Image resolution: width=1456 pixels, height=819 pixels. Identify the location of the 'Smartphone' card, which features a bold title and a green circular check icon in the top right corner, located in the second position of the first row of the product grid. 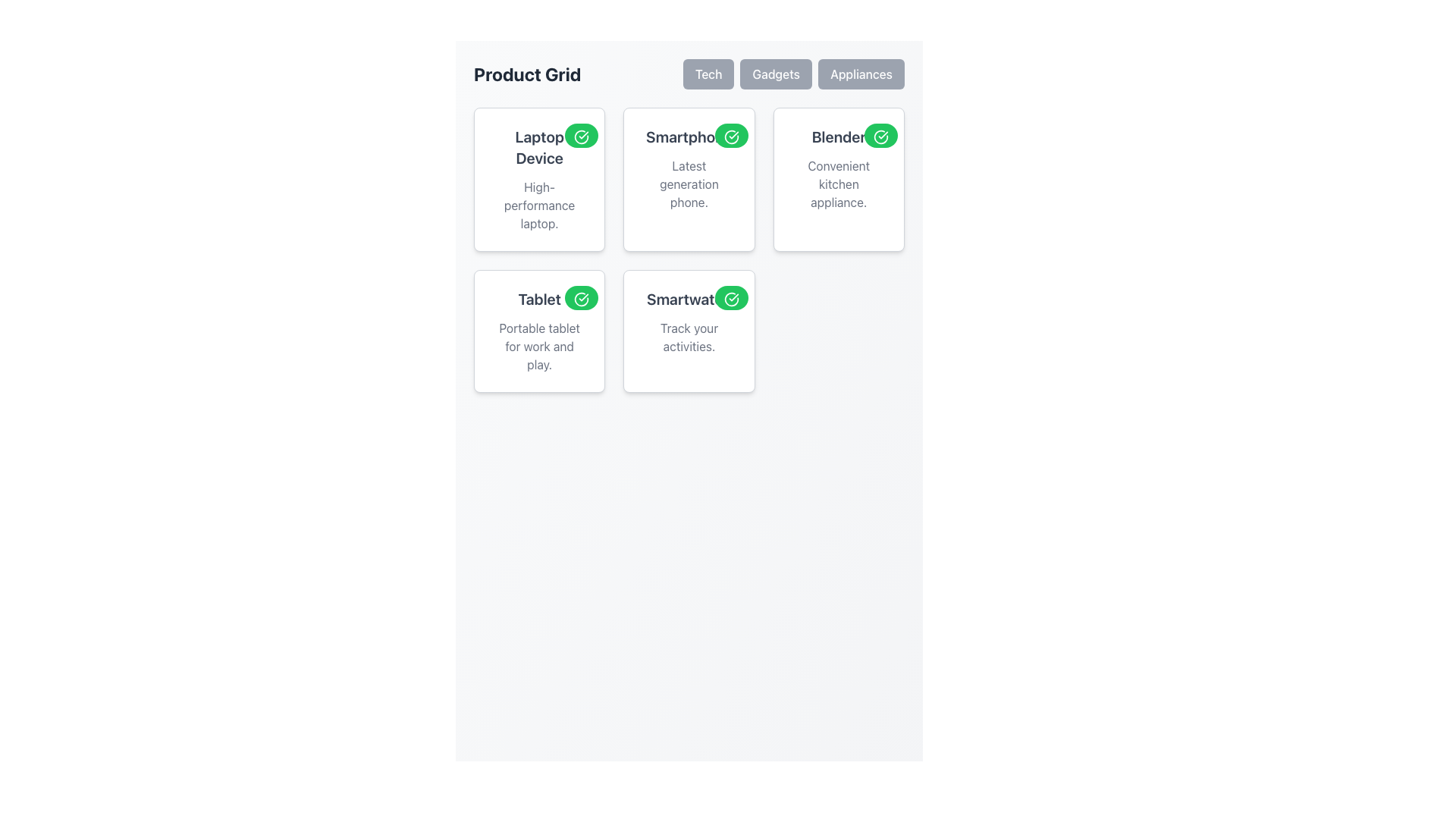
(688, 249).